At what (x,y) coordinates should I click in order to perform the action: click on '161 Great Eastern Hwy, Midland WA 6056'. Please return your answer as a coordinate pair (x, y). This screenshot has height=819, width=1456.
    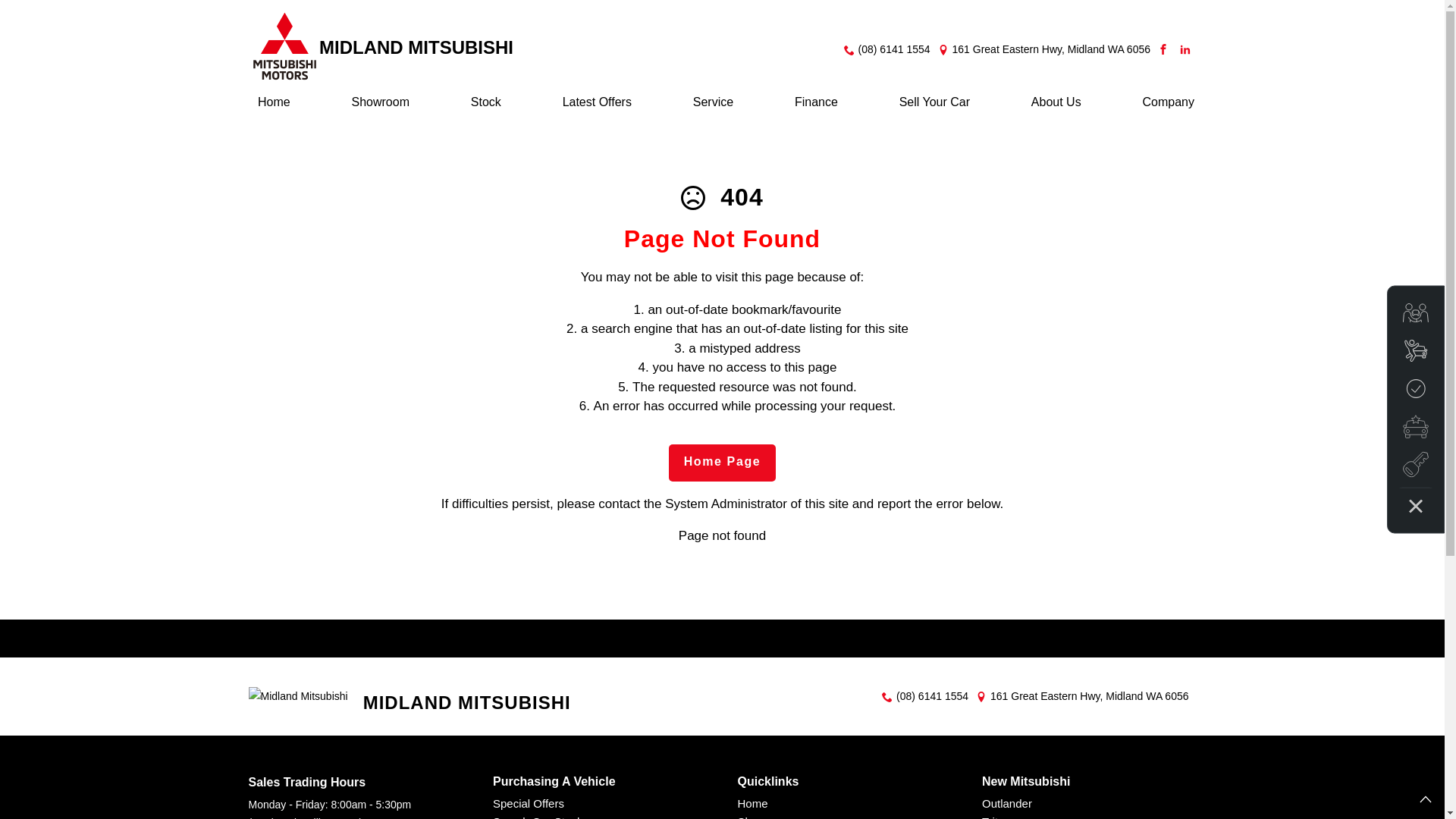
    Looking at the image, I should click on (1088, 696).